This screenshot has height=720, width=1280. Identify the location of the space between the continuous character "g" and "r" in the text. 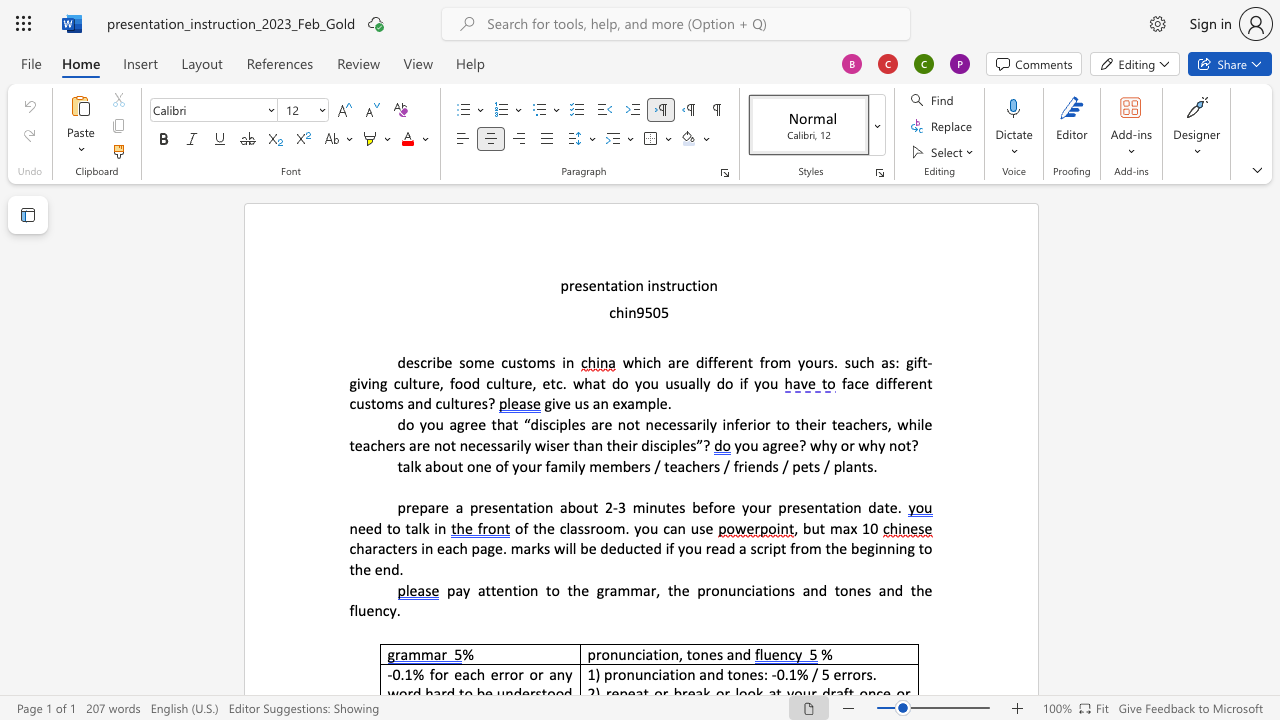
(463, 423).